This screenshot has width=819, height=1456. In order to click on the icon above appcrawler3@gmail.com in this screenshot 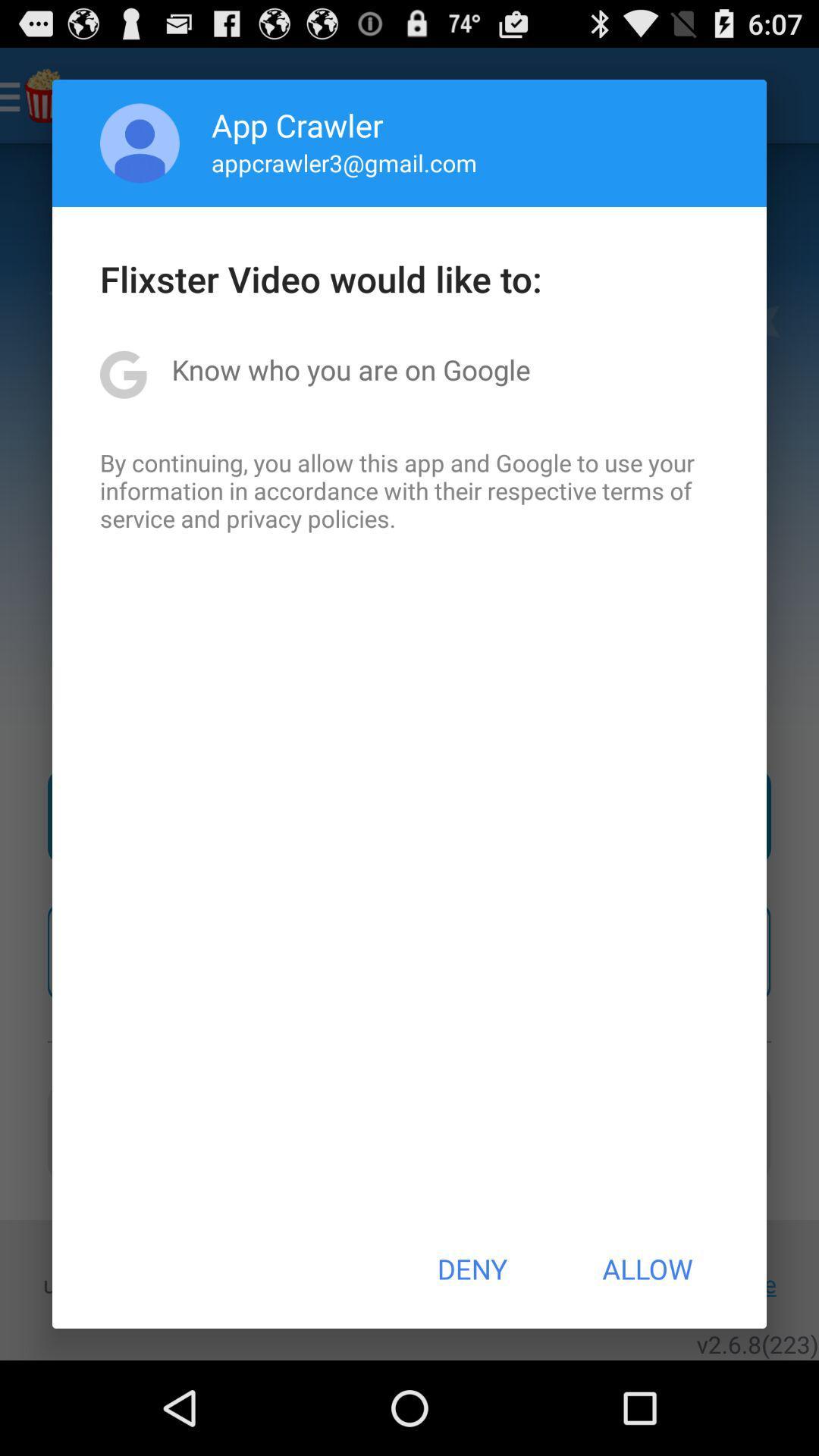, I will do `click(297, 124)`.